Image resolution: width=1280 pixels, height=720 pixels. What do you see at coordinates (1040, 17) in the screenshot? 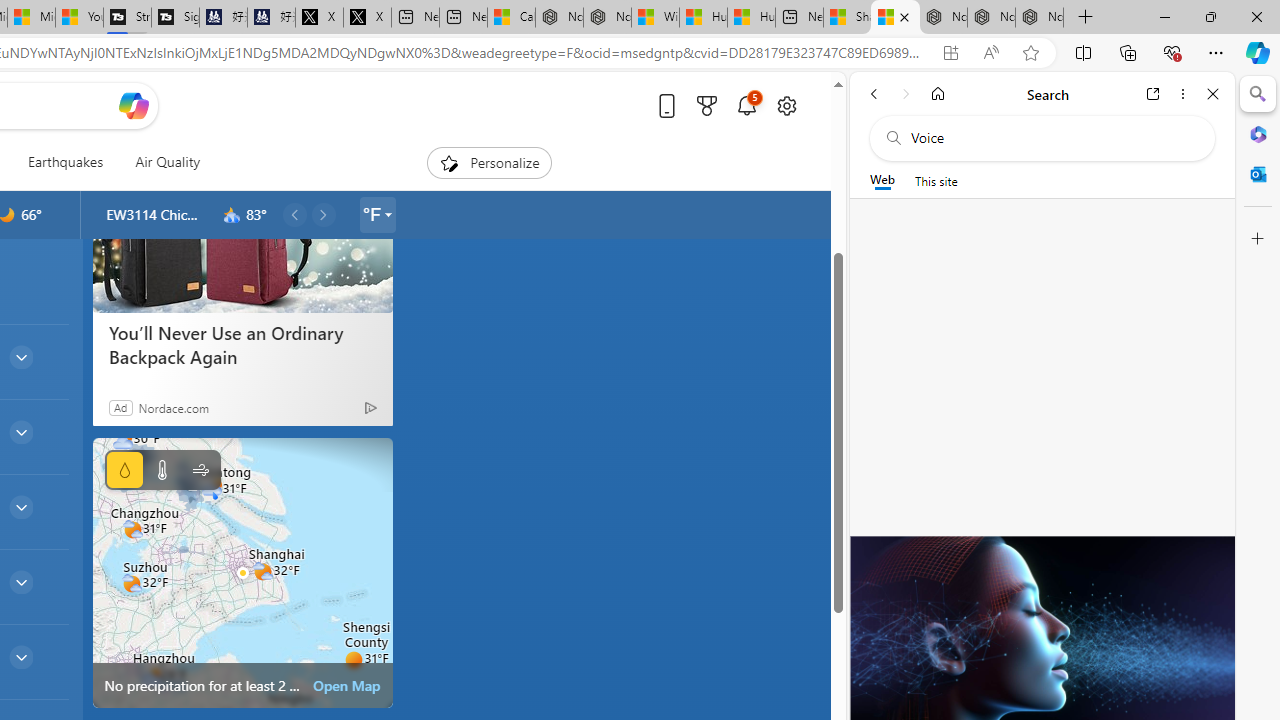
I see `'Nordace - Siena Pro 15 Essential Set'` at bounding box center [1040, 17].